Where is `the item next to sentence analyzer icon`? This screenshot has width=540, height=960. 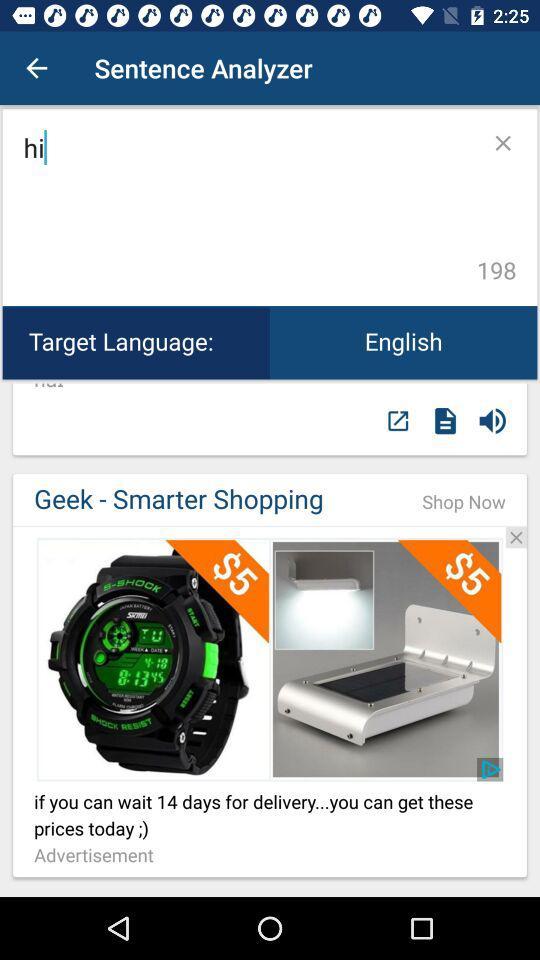 the item next to sentence analyzer icon is located at coordinates (36, 68).